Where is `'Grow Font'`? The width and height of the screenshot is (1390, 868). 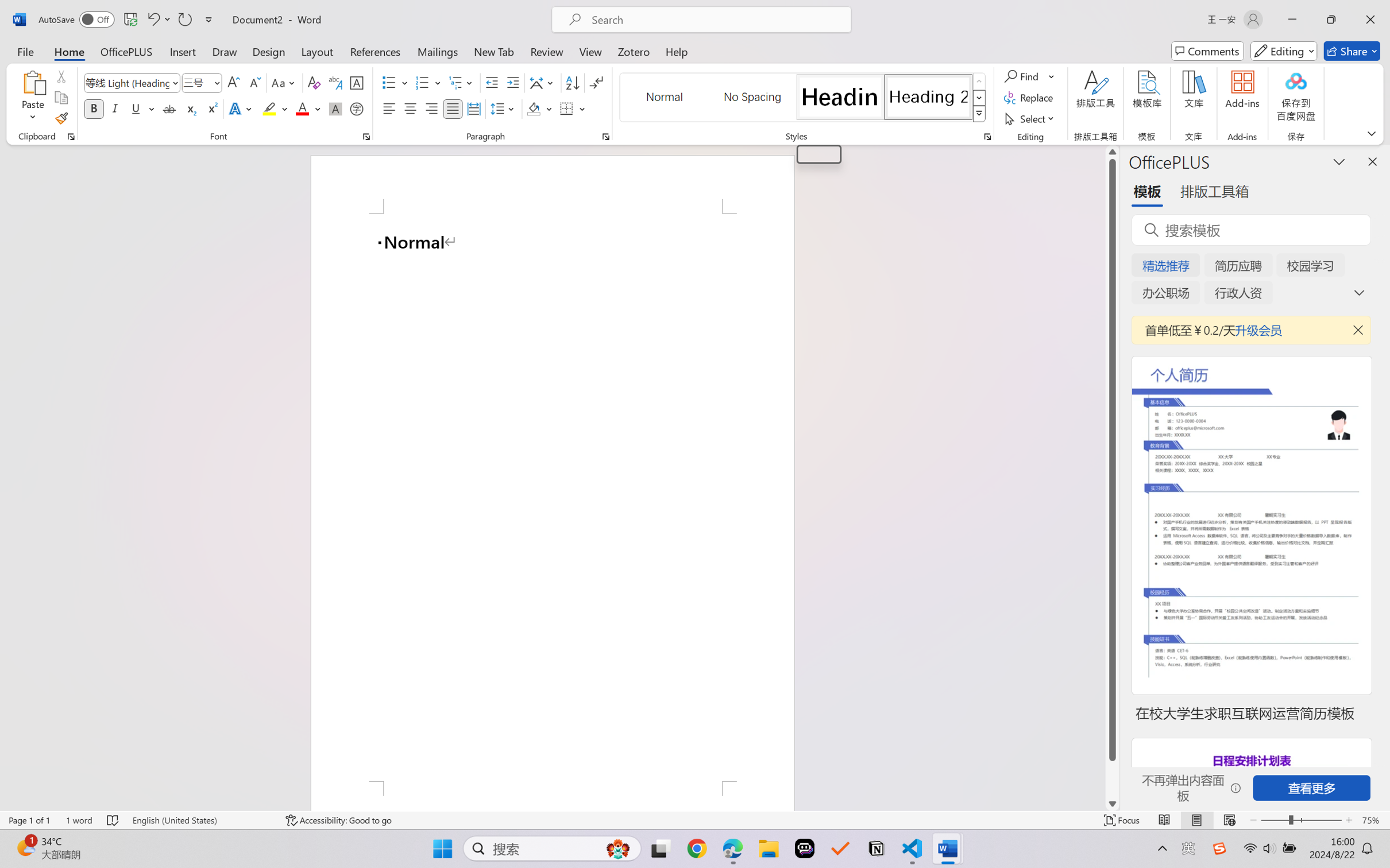 'Grow Font' is located at coordinates (233, 83).